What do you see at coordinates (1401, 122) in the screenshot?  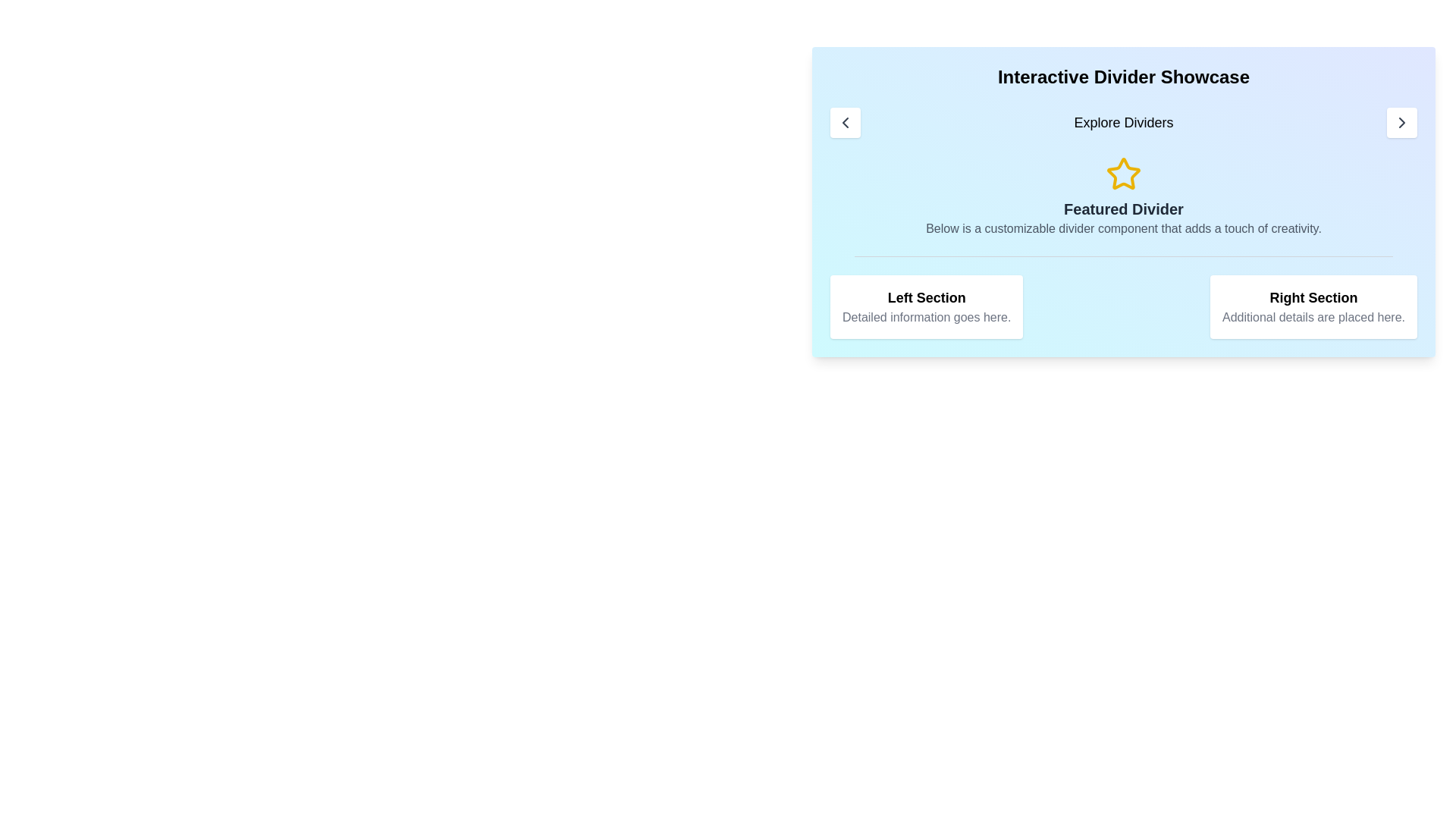 I see `the right-pointing chevron navigation icon located within the card on the right side of the interface` at bounding box center [1401, 122].